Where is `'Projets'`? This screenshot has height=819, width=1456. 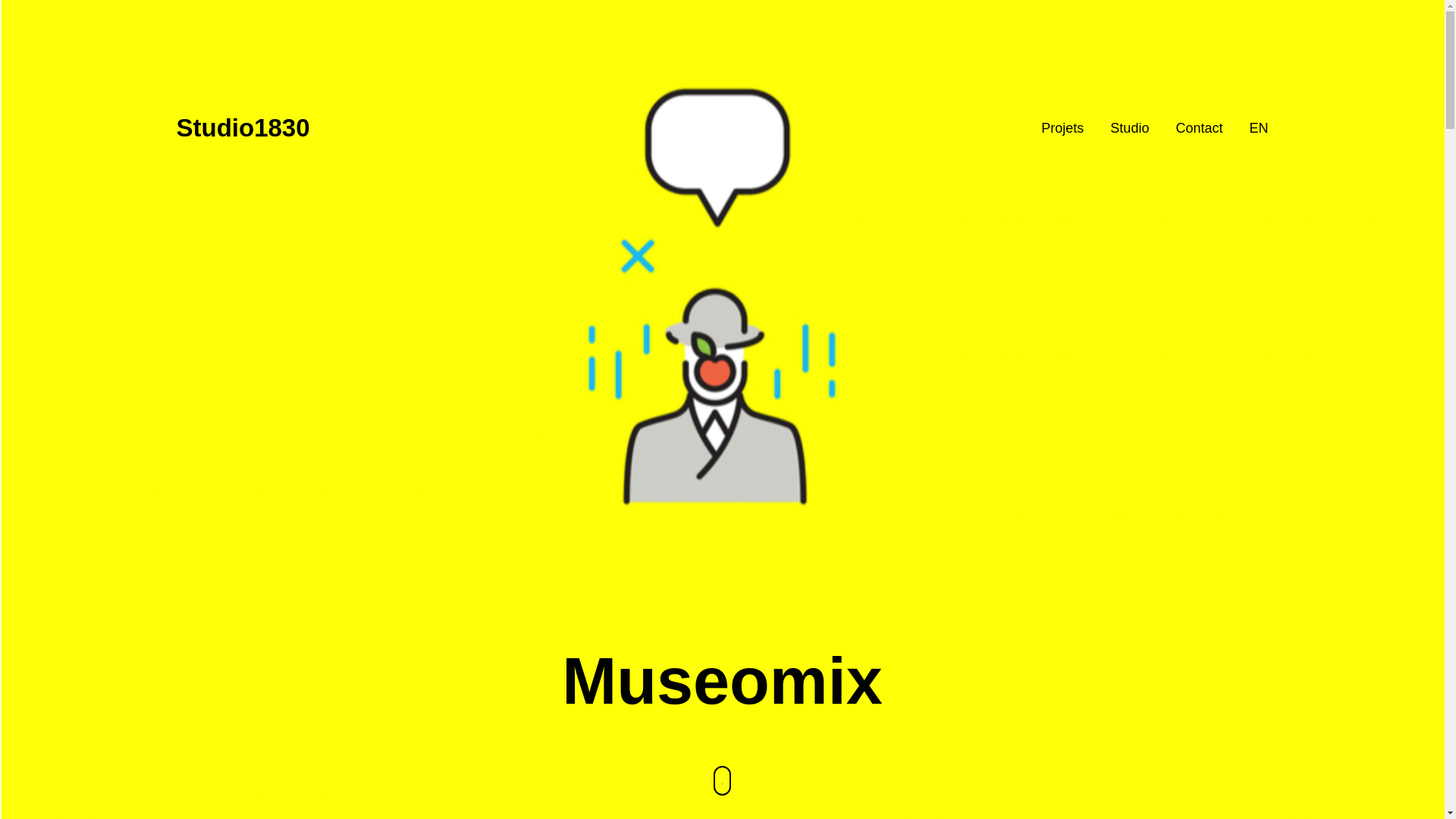
'Projets' is located at coordinates (1062, 127).